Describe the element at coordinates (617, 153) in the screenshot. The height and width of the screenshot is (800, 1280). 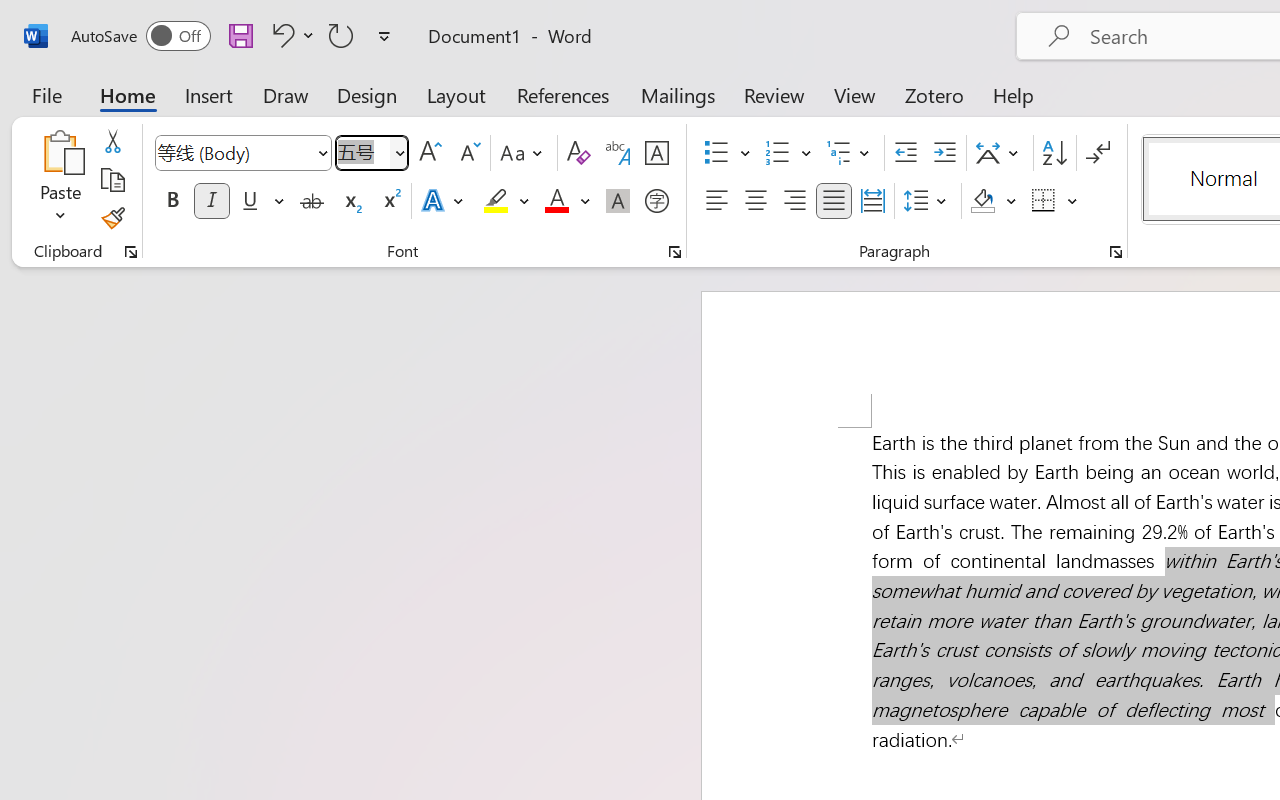
I see `'Phonetic Guide...'` at that location.